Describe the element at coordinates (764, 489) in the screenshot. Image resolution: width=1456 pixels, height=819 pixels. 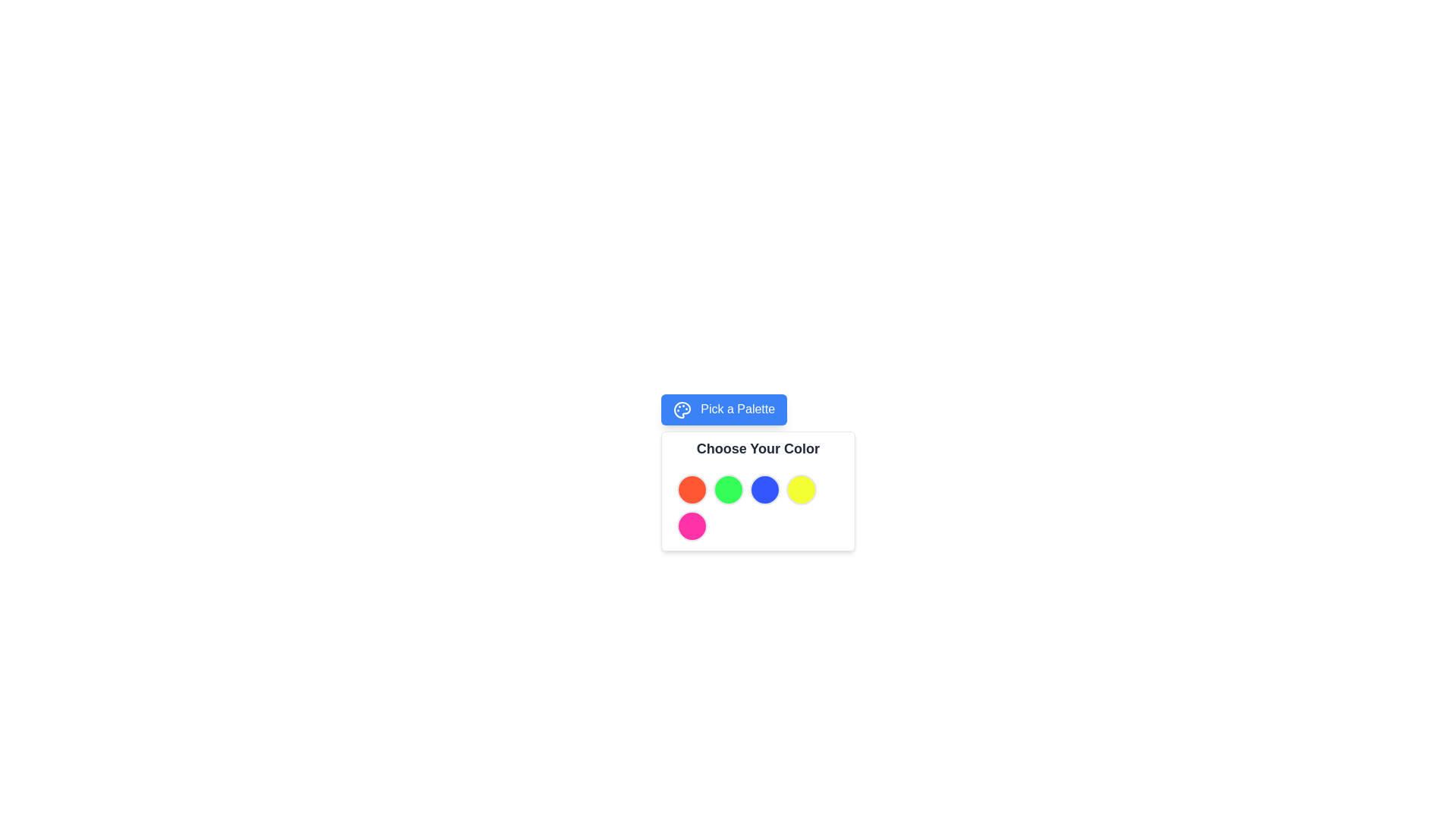
I see `the circular blue button located in the color palette selection interface` at that location.